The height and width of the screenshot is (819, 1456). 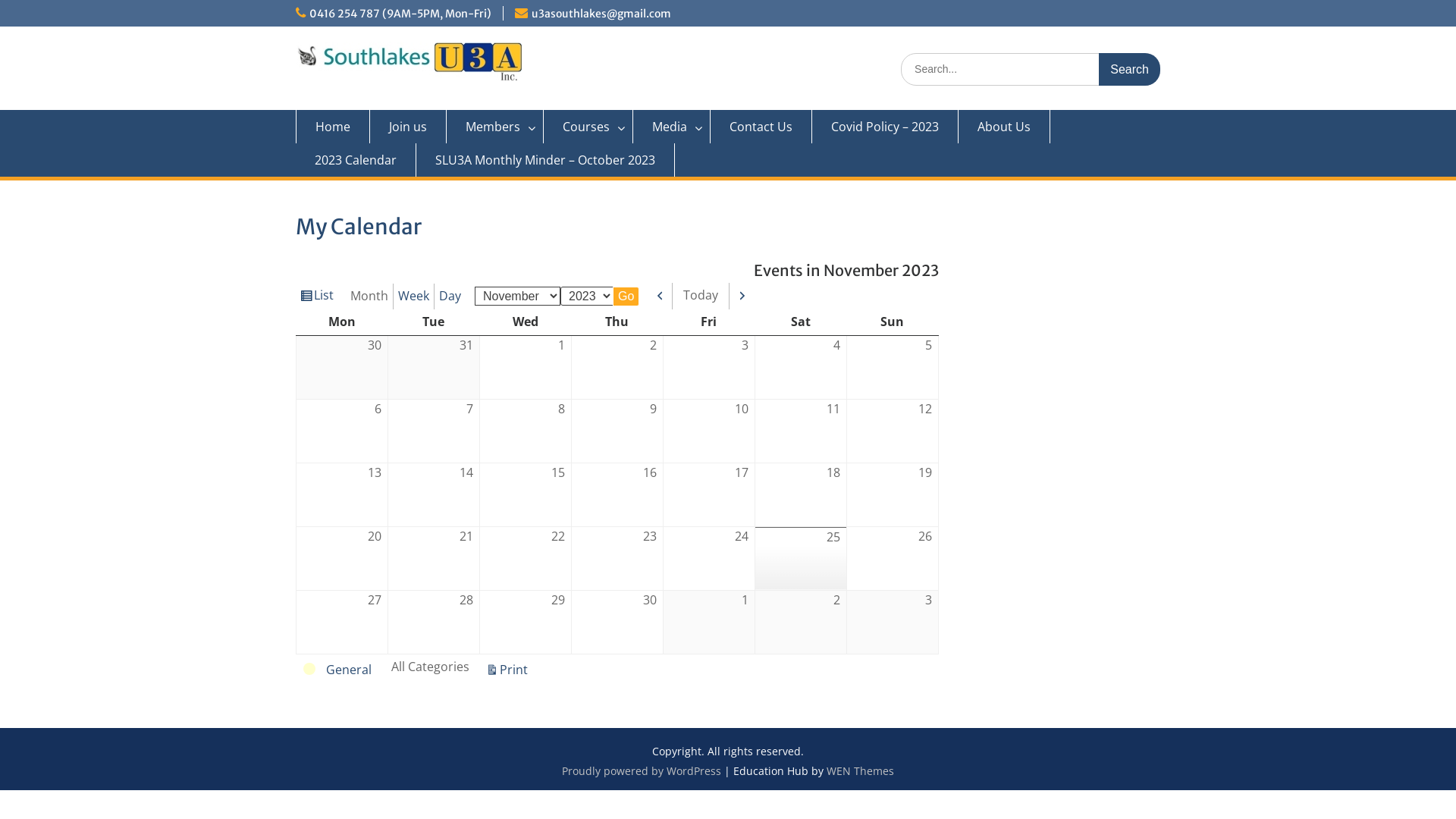 What do you see at coordinates (1030, 69) in the screenshot?
I see `'Search for:'` at bounding box center [1030, 69].